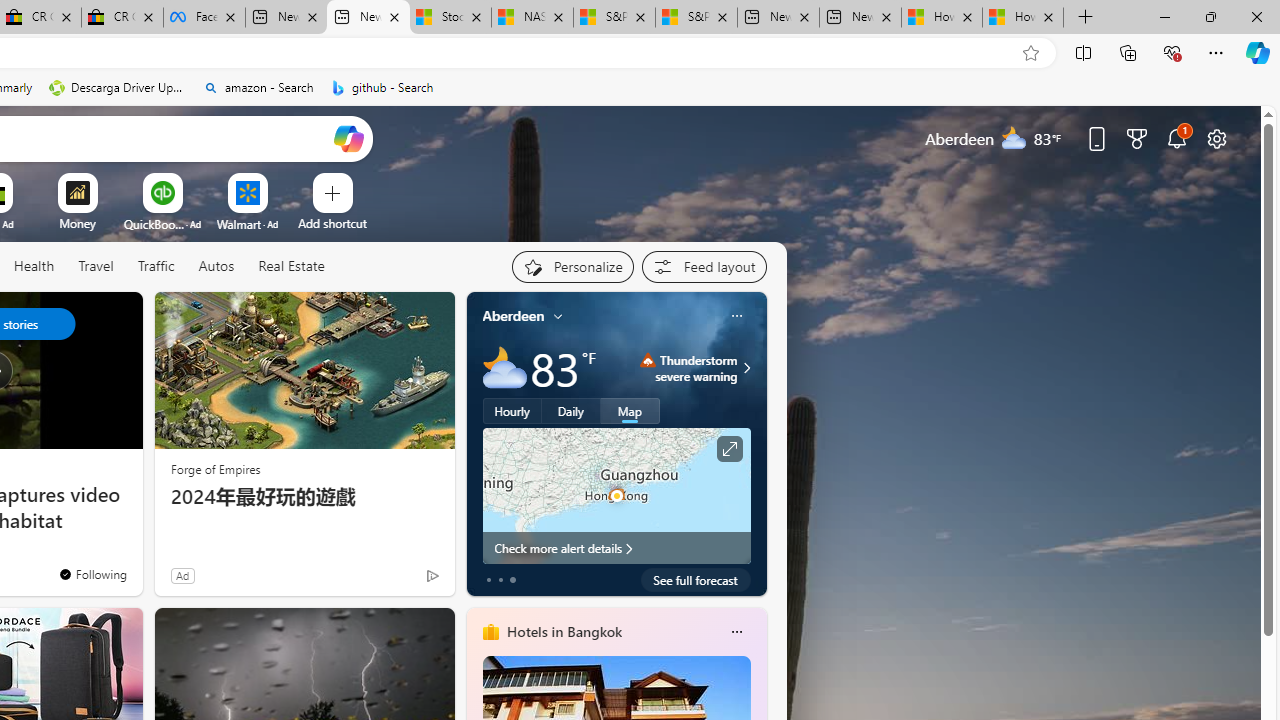 The height and width of the screenshot is (720, 1280). I want to click on 'tab-1', so click(500, 579).